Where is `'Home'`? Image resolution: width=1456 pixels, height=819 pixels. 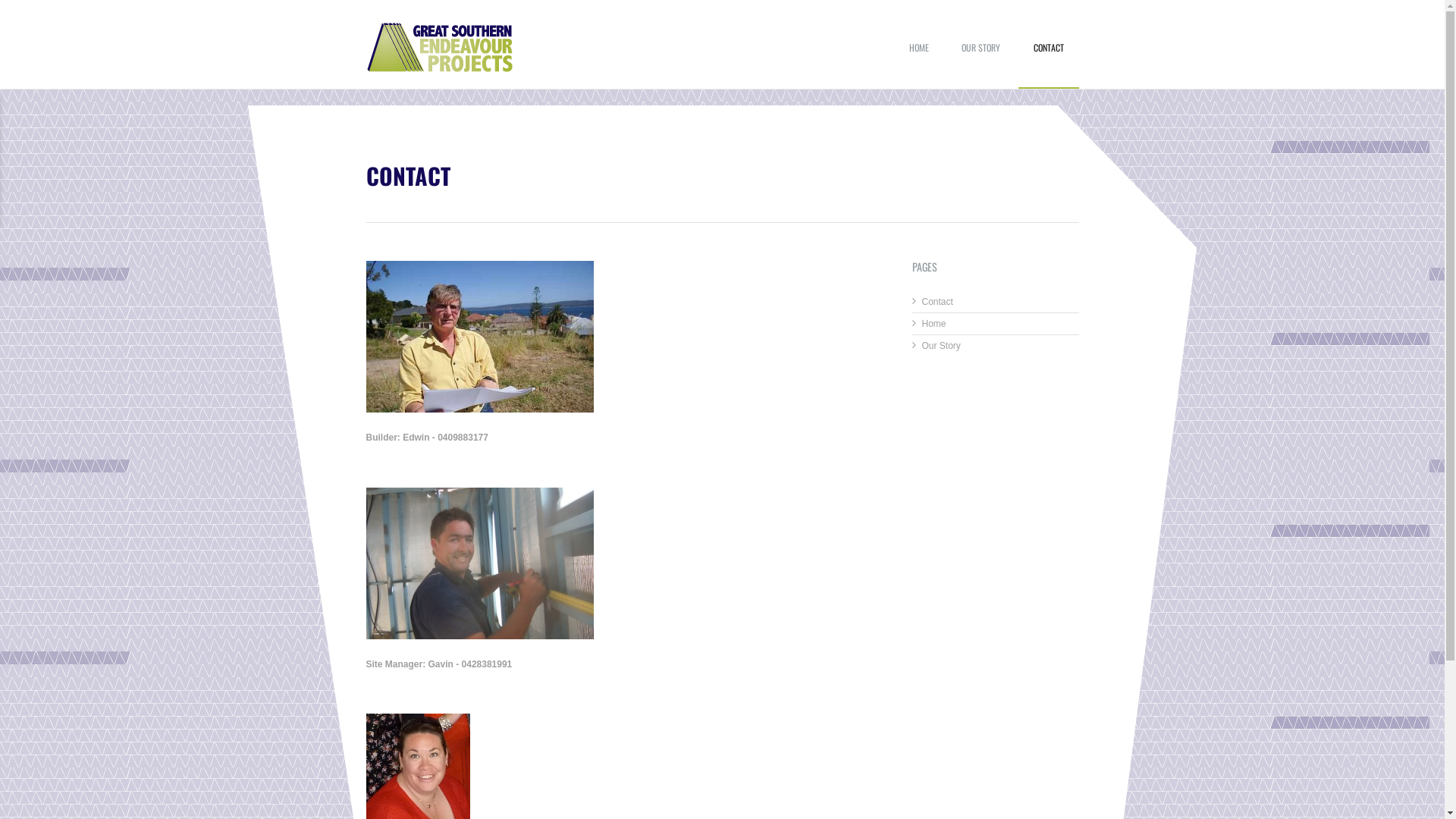
'Home' is located at coordinates (934, 323).